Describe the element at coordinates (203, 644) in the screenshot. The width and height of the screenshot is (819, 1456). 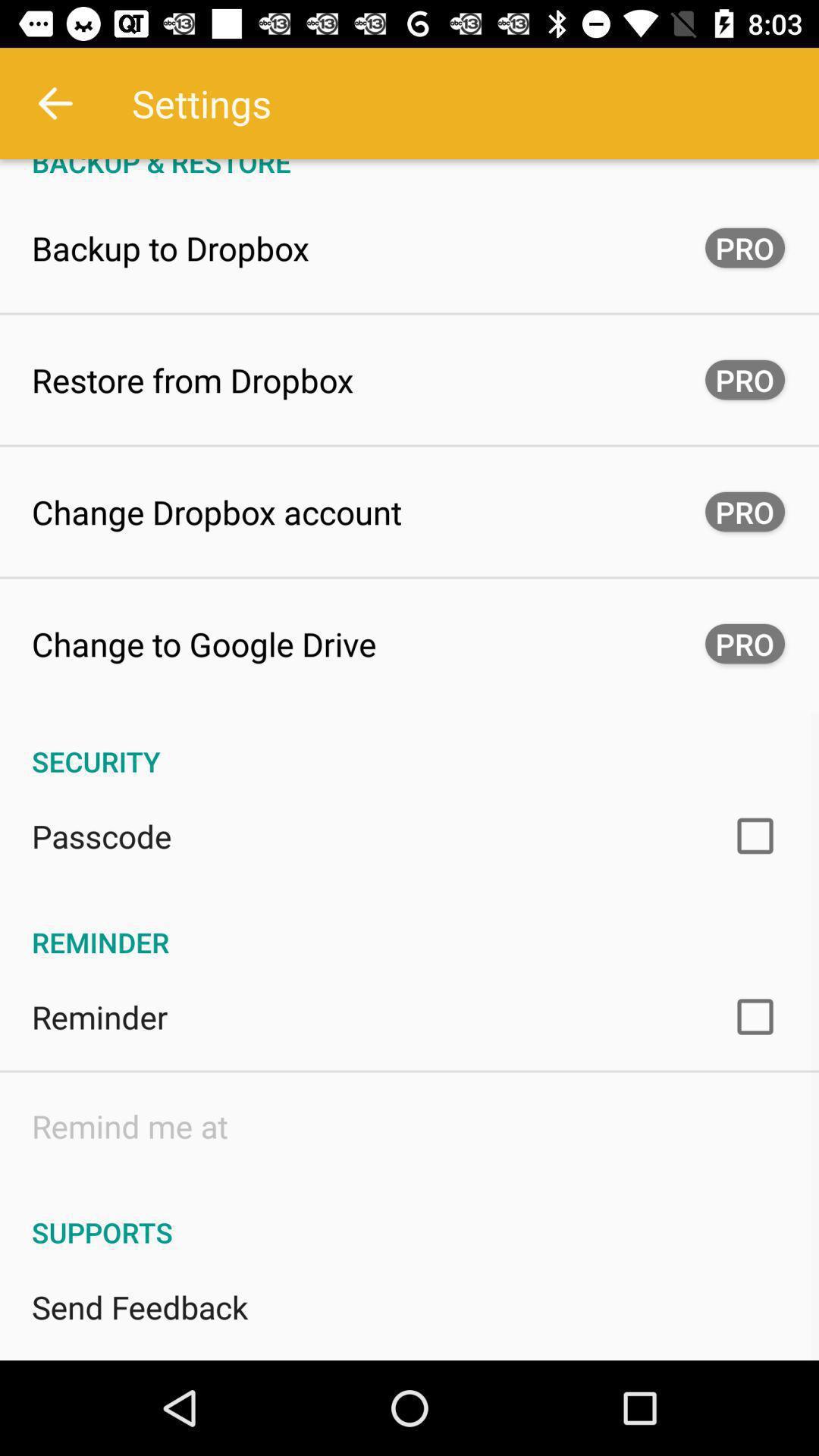
I see `change to google icon` at that location.